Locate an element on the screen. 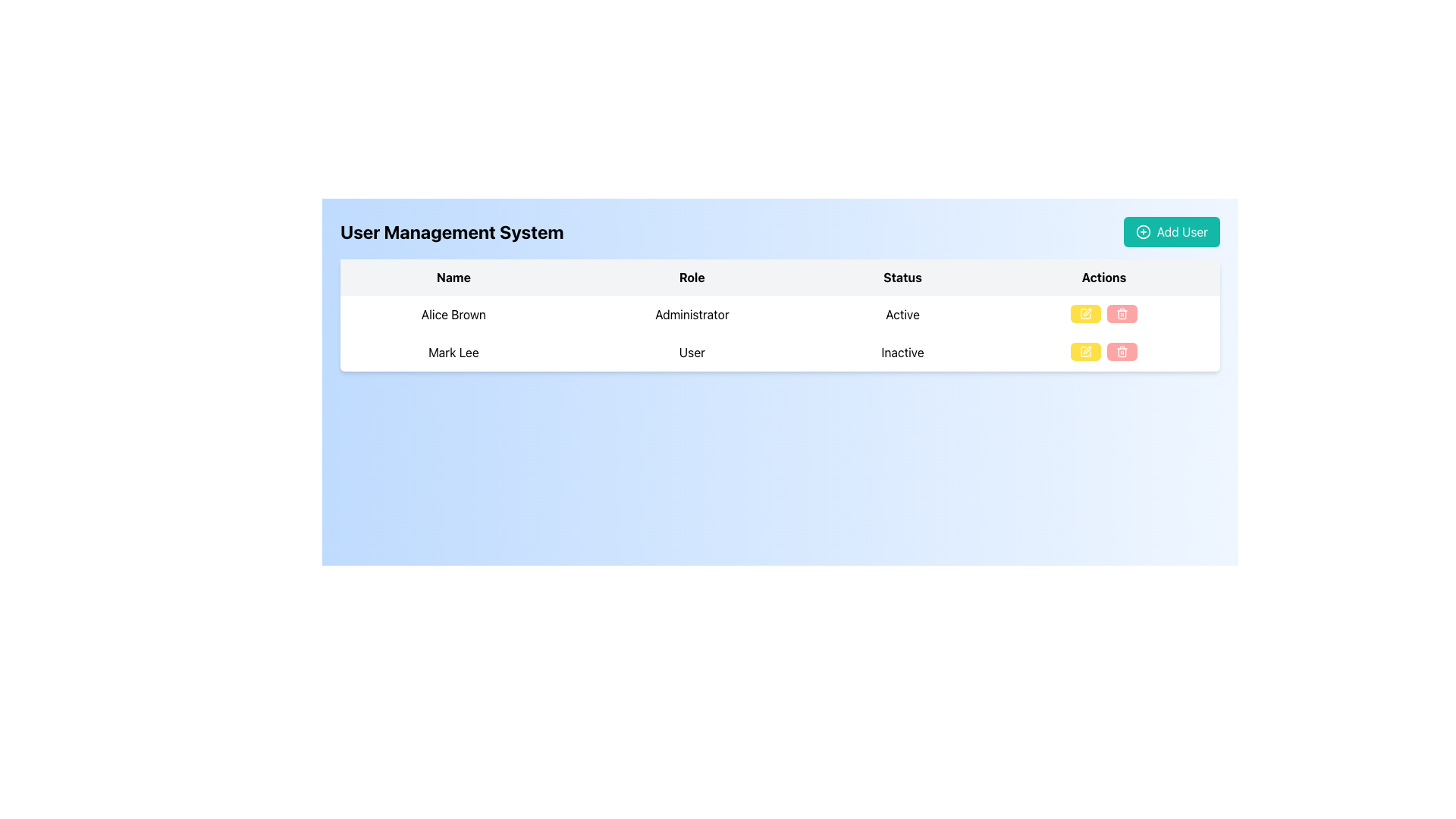 This screenshot has height=819, width=1456. the text label displaying 'Alice Brown' in the first column of the data table under the 'Name' header is located at coordinates (453, 314).